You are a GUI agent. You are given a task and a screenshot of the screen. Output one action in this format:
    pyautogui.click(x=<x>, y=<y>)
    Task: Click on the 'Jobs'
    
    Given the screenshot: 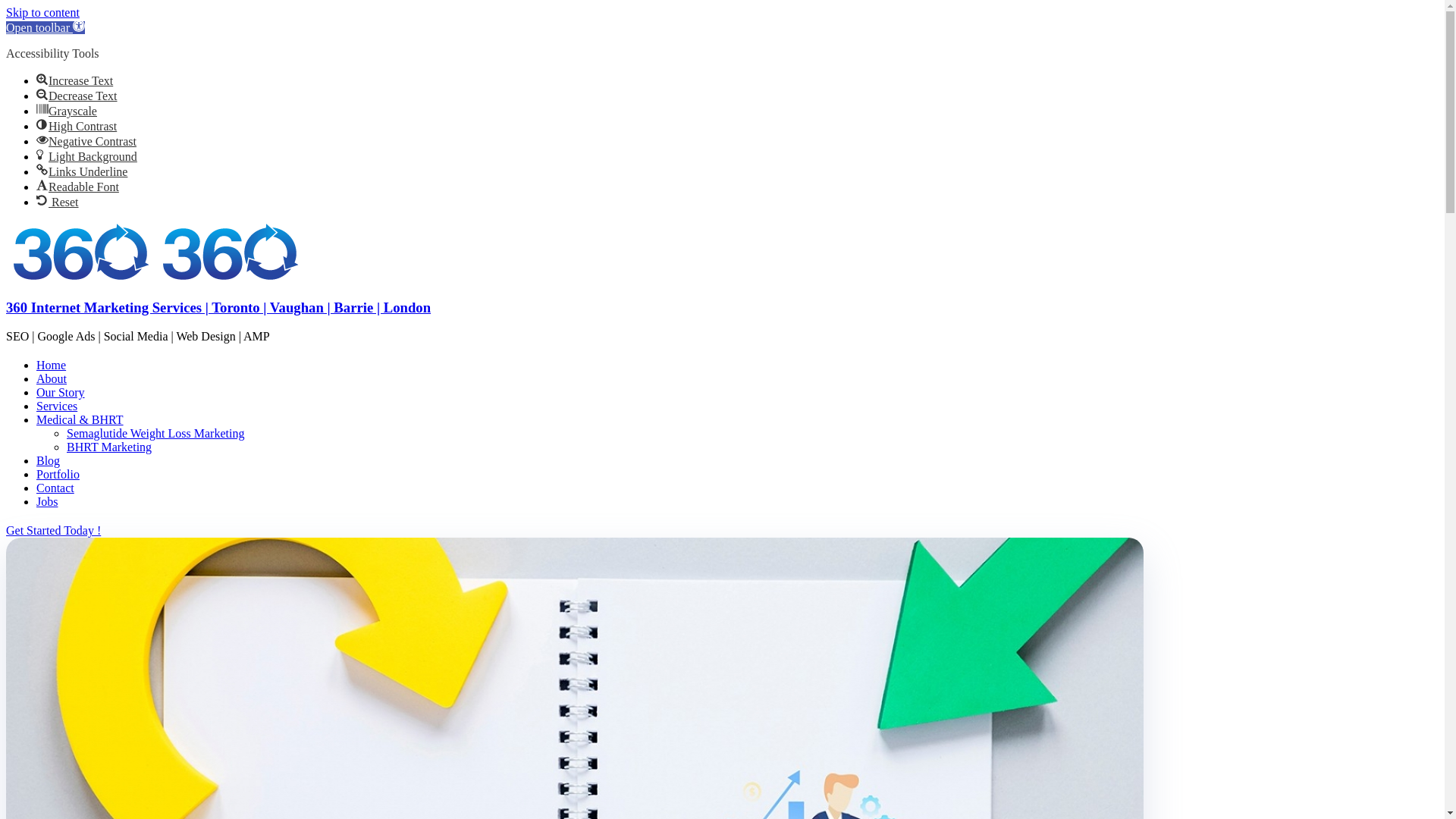 What is the action you would take?
    pyautogui.click(x=36, y=501)
    